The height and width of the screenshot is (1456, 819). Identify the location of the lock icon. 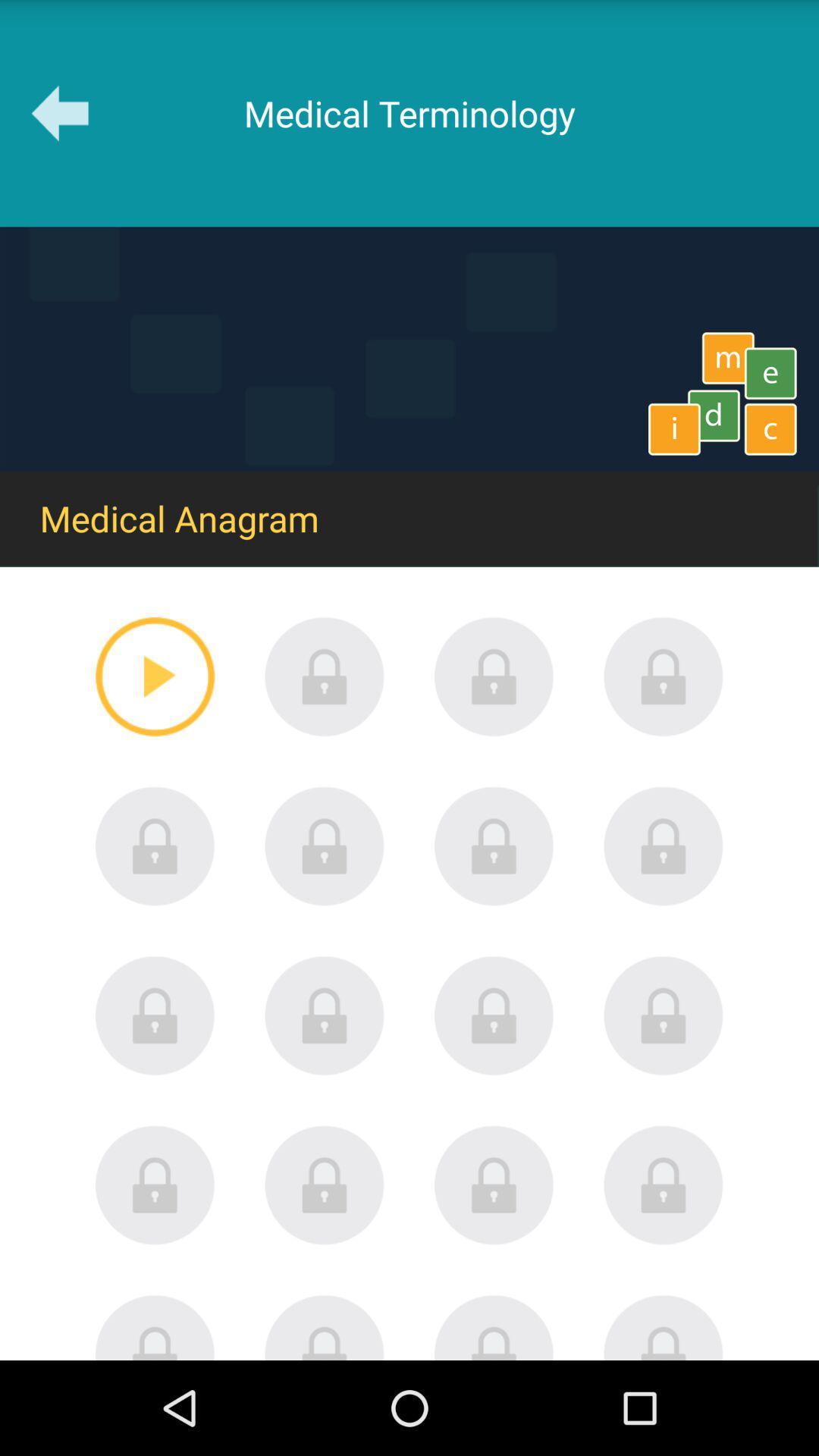
(663, 723).